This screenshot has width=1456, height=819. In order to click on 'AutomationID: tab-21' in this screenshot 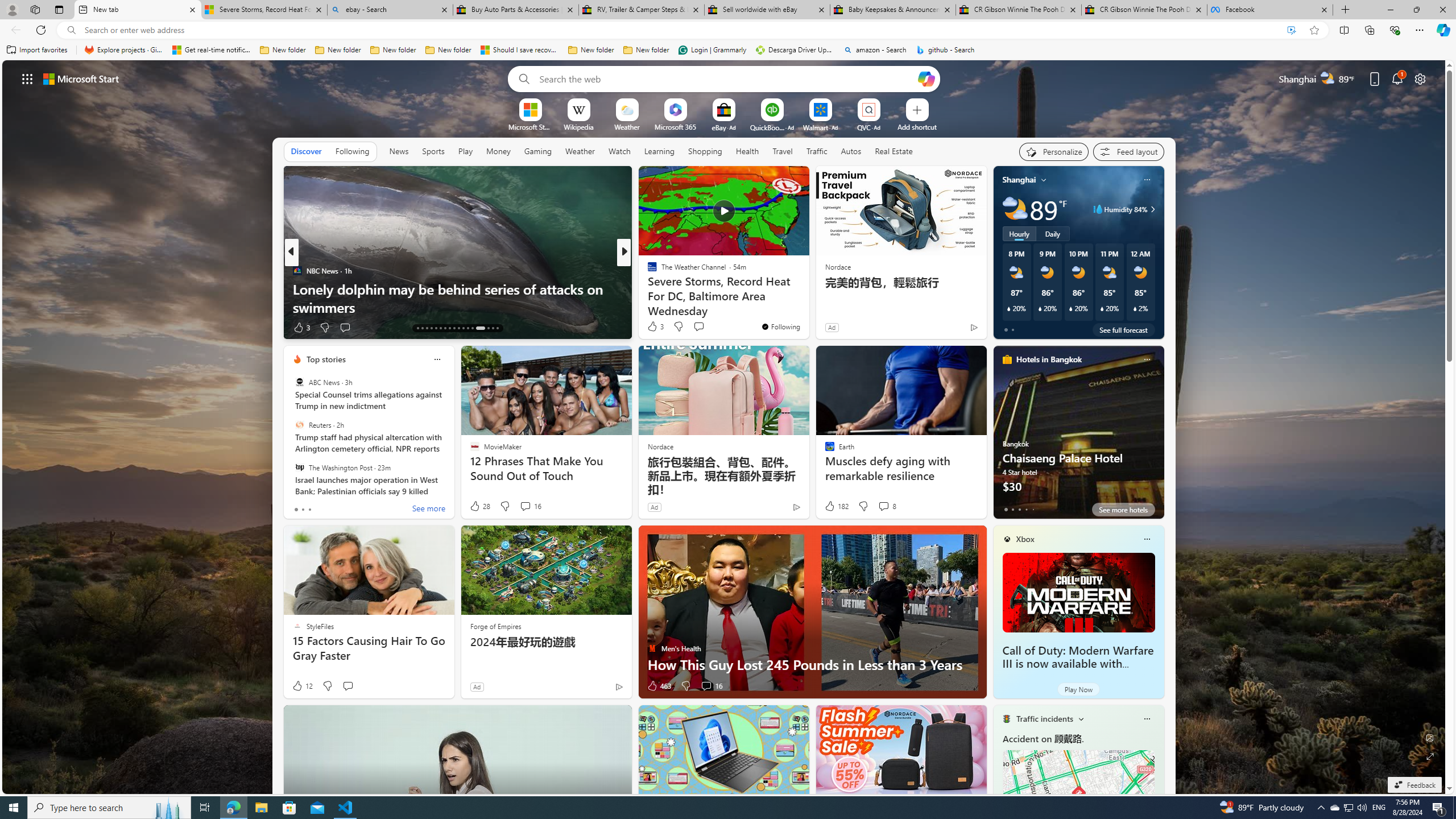, I will do `click(454, 328)`.